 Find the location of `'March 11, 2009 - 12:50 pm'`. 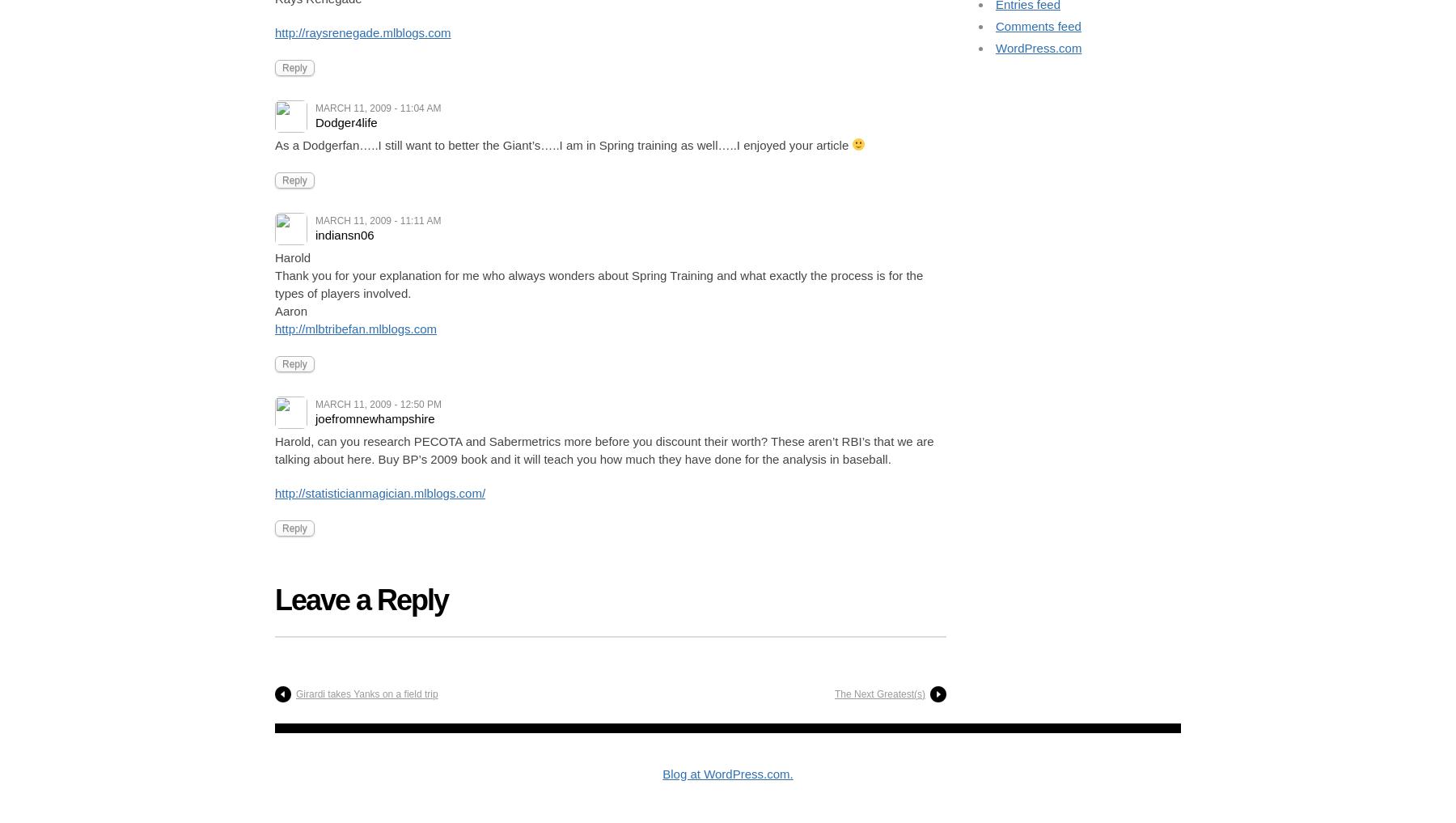

'March 11, 2009 - 12:50 pm' is located at coordinates (378, 403).